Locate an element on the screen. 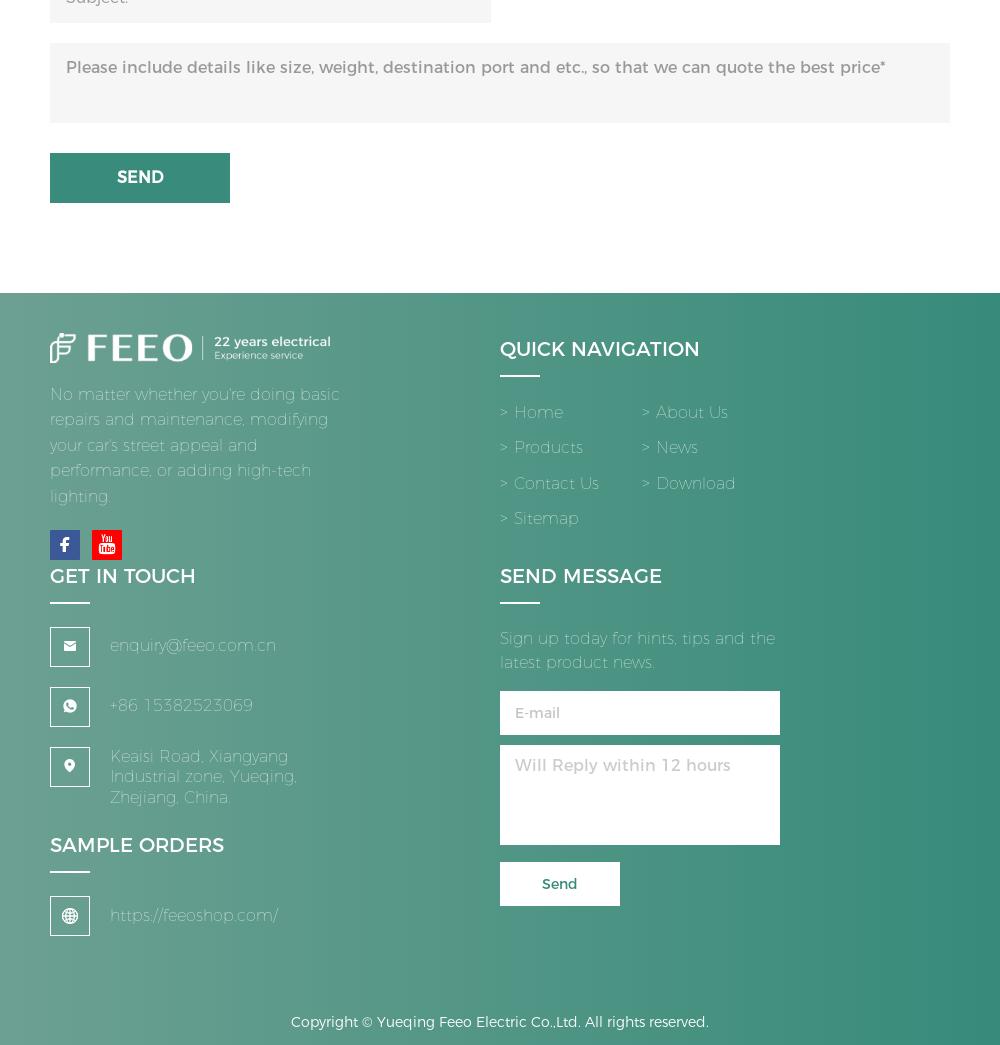 This screenshot has width=1000, height=1045. 'SAMPLE ORDERS' is located at coordinates (137, 852).